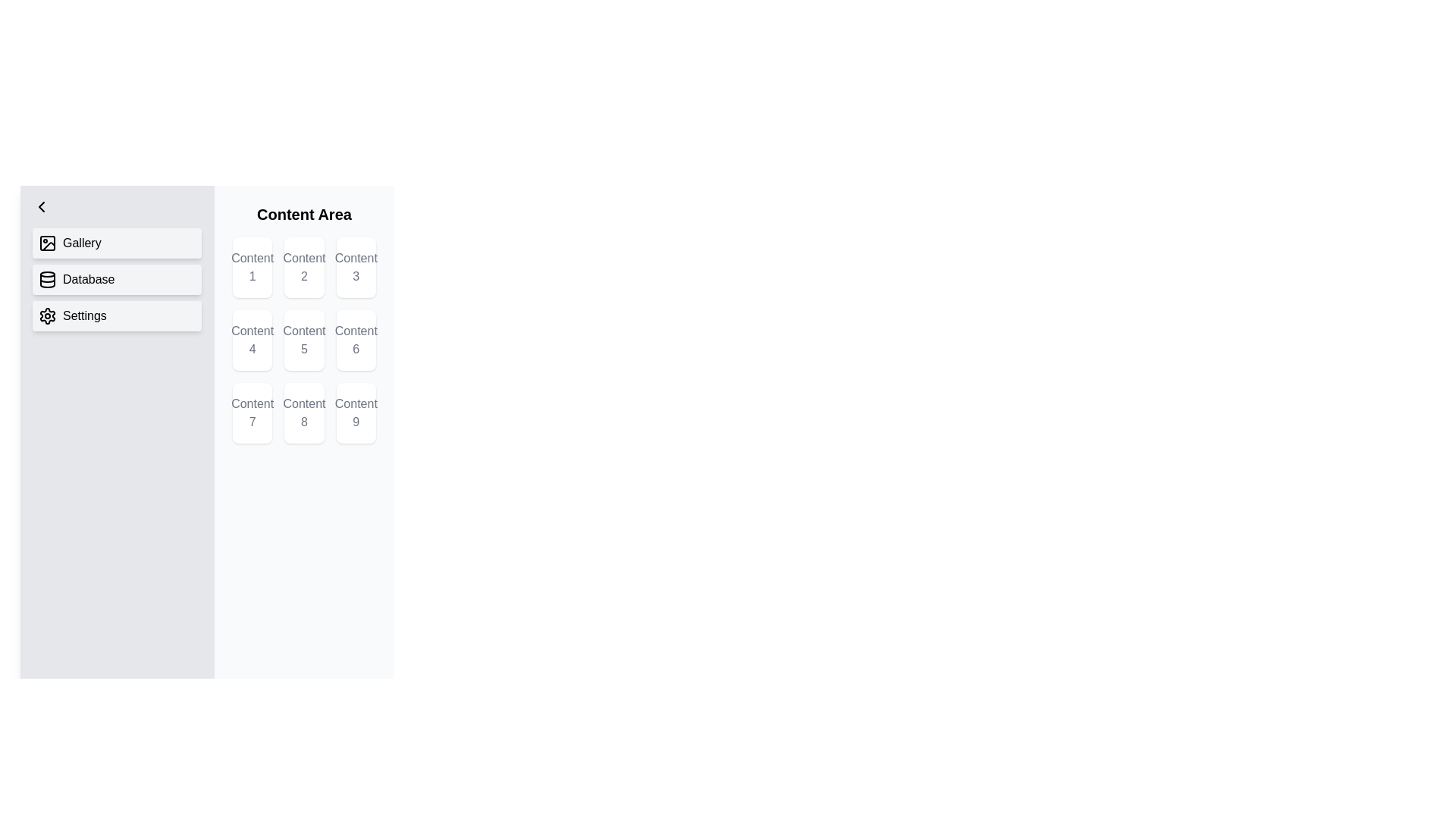 The width and height of the screenshot is (1456, 819). What do you see at coordinates (47, 242) in the screenshot?
I see `the innermost rectangular SVG graphic that represents the 'Gallery' navigation option in the side menu` at bounding box center [47, 242].